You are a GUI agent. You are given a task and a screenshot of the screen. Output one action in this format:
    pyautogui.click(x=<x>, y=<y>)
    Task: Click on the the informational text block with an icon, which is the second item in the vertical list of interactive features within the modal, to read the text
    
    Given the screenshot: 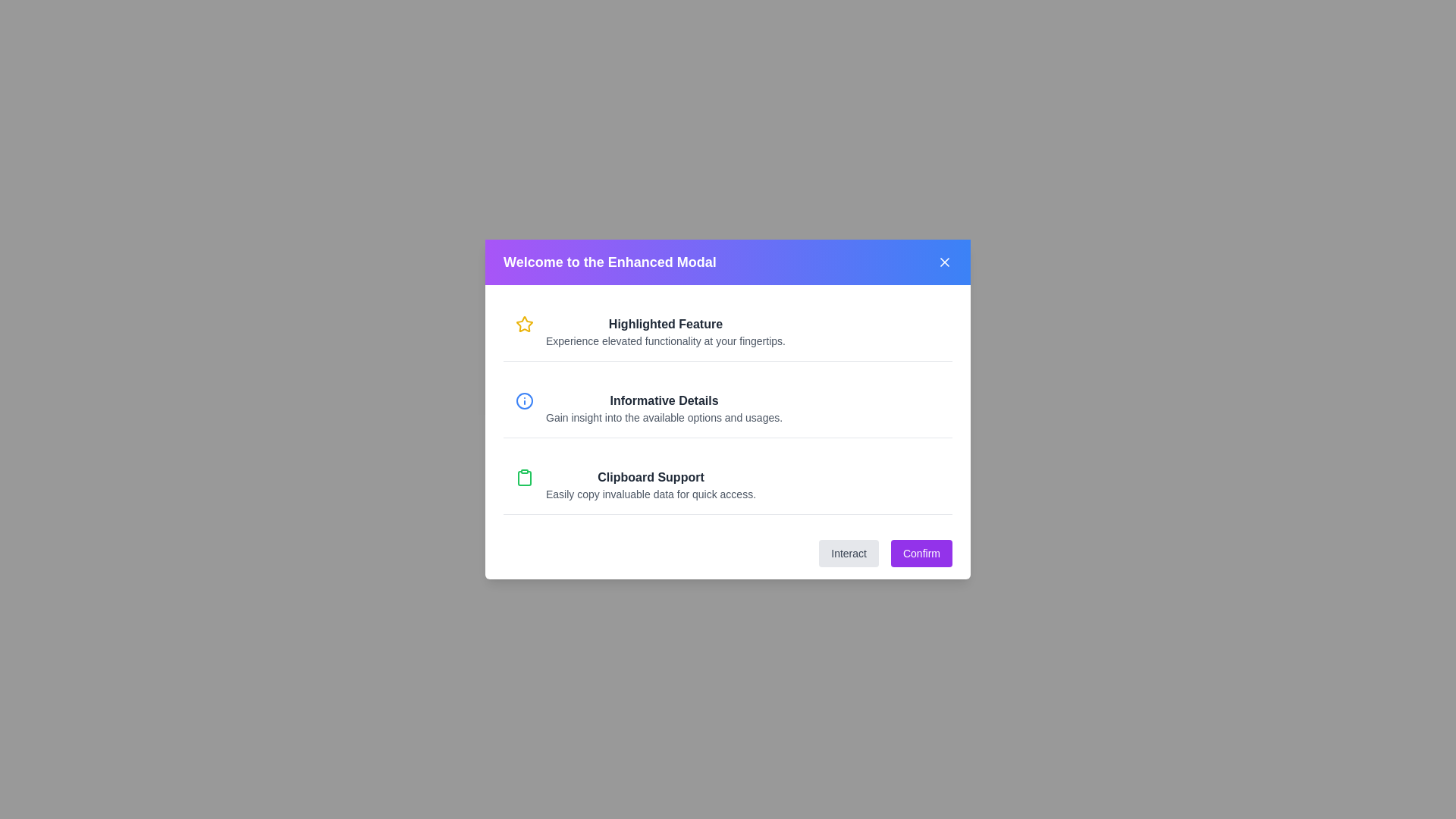 What is the action you would take?
    pyautogui.click(x=728, y=408)
    